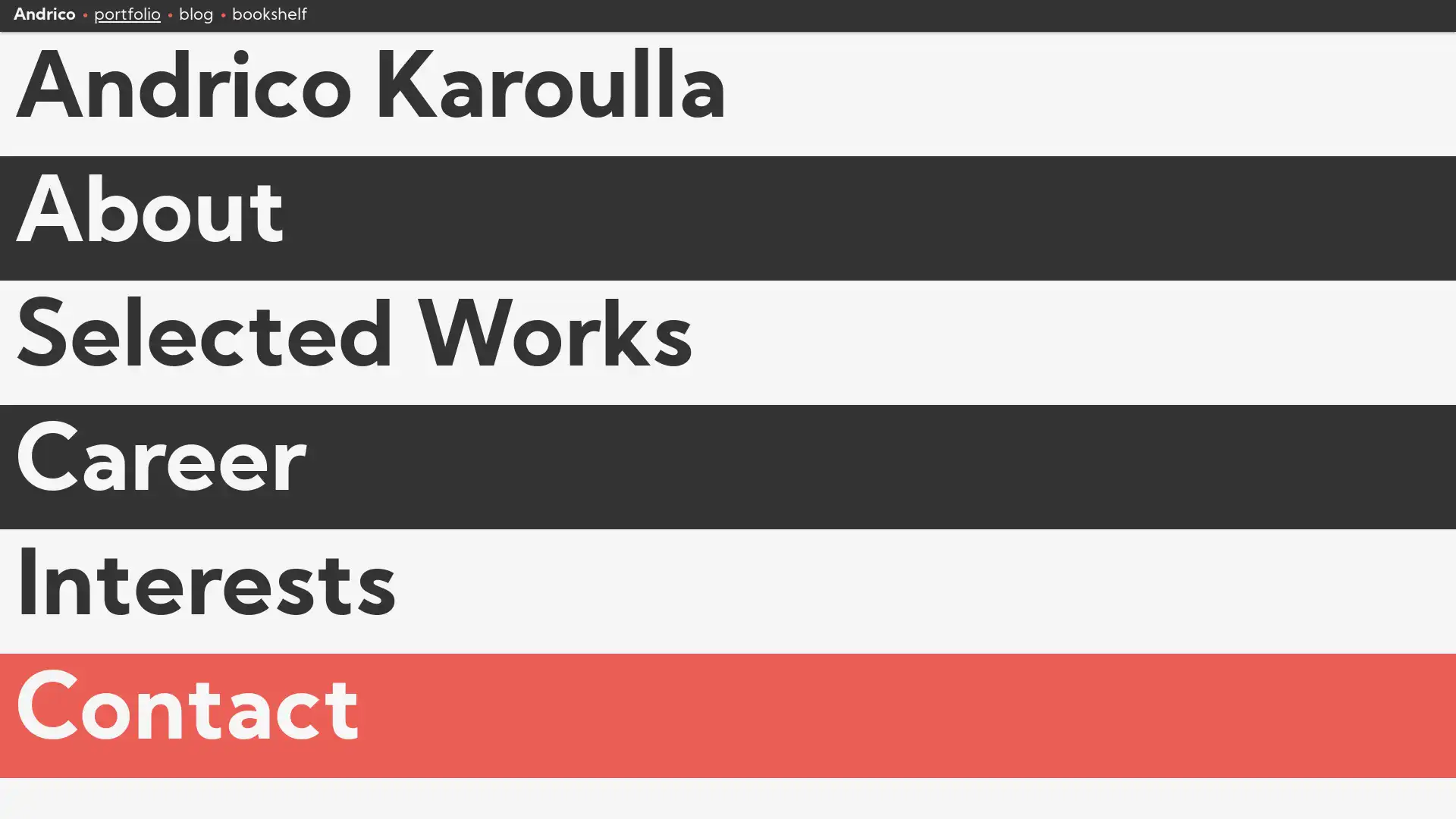  What do you see at coordinates (679, 342) in the screenshot?
I see `Selected Works` at bounding box center [679, 342].